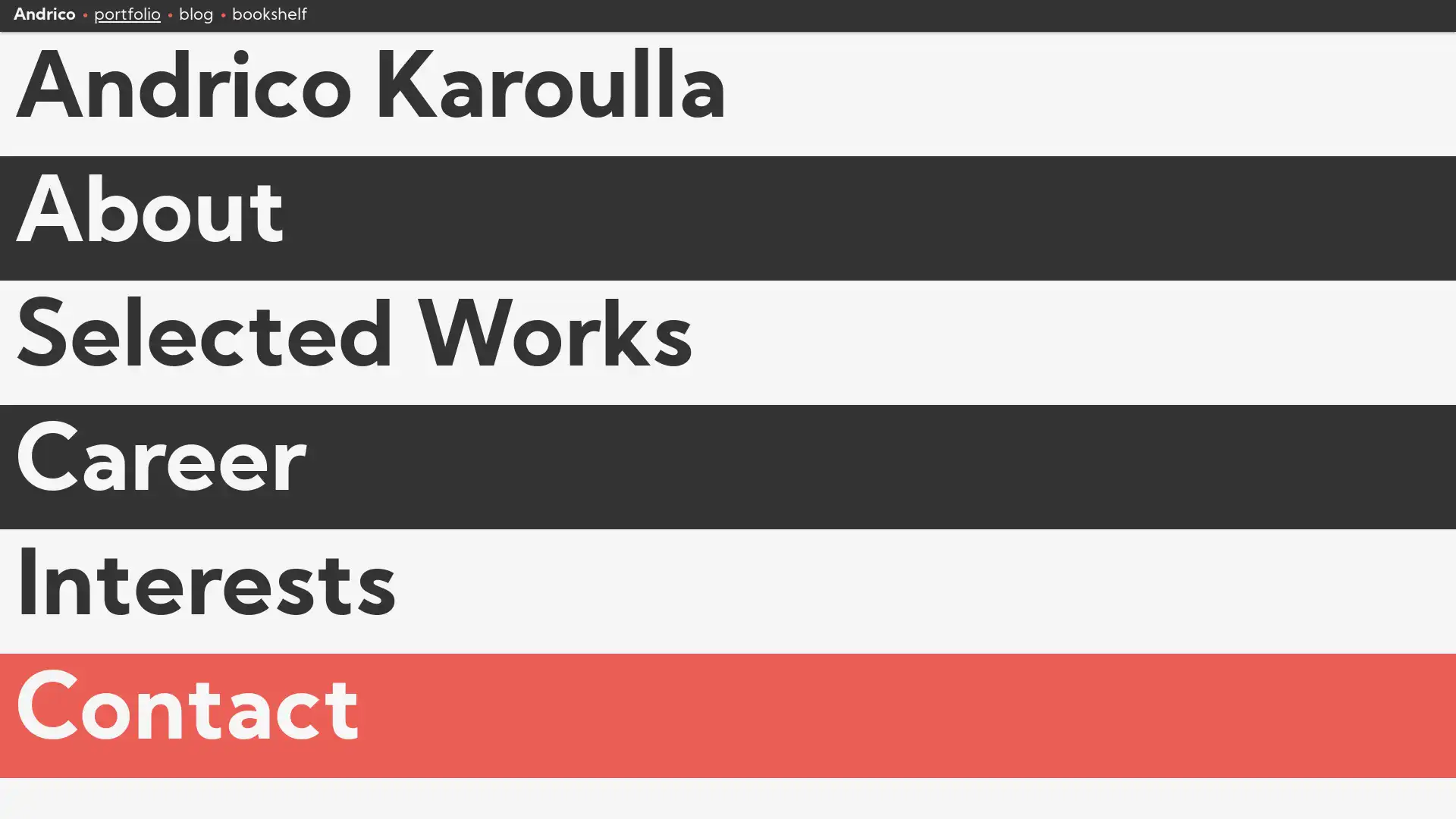  What do you see at coordinates (679, 342) in the screenshot?
I see `Selected Works` at bounding box center [679, 342].